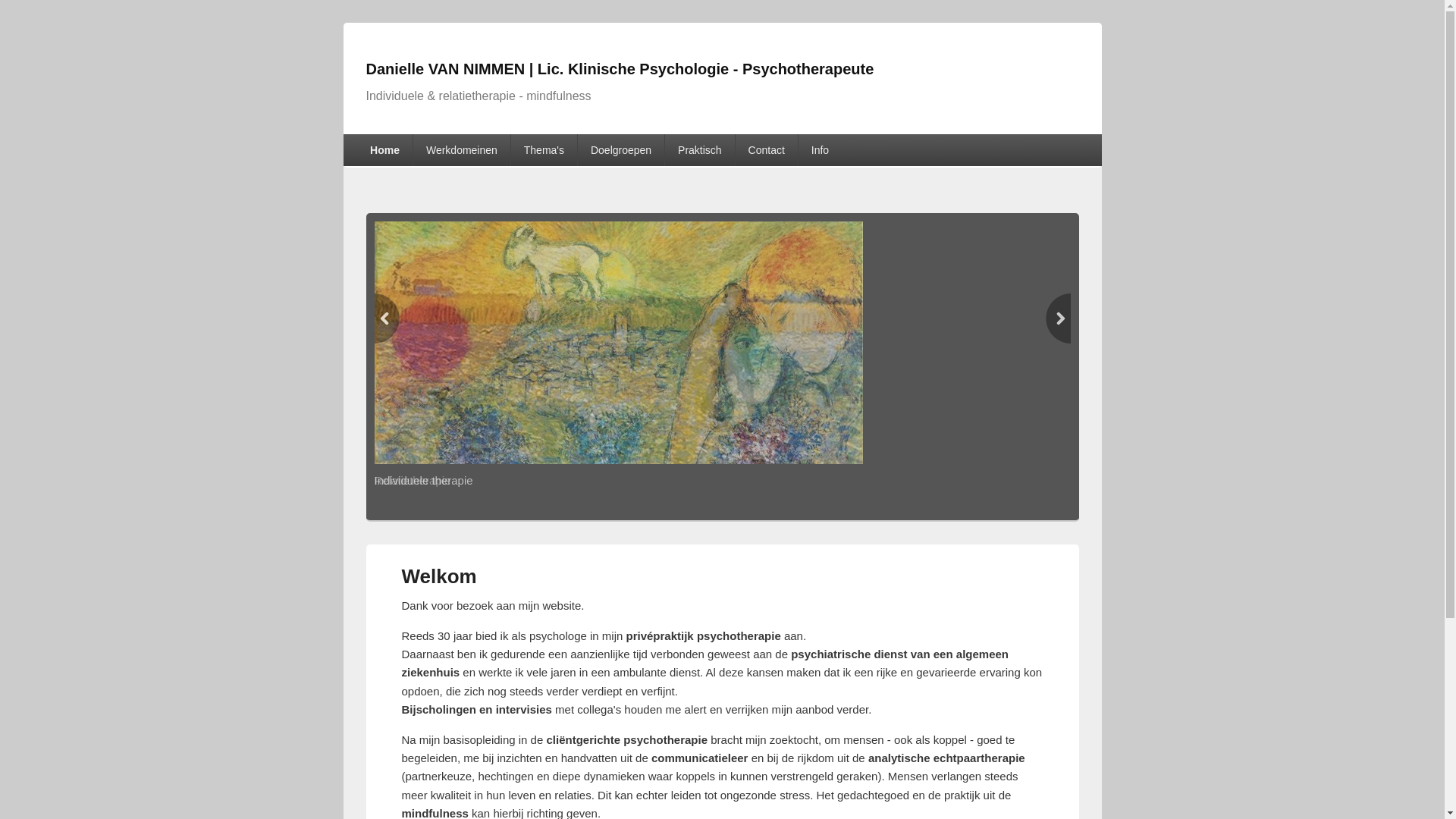 This screenshot has width=1456, height=819. Describe the element at coordinates (544, 149) in the screenshot. I see `'Thema's'` at that location.